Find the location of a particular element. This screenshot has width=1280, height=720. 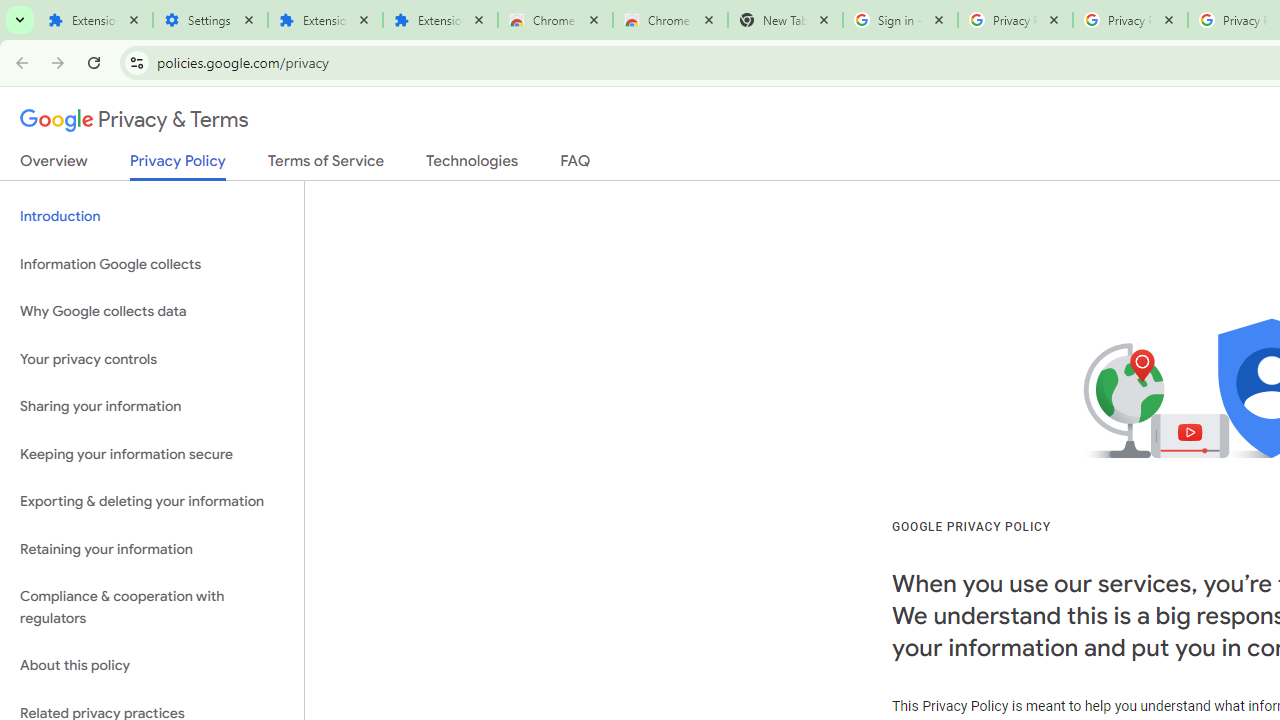

'Compliance & cooperation with regulators' is located at coordinates (151, 607).